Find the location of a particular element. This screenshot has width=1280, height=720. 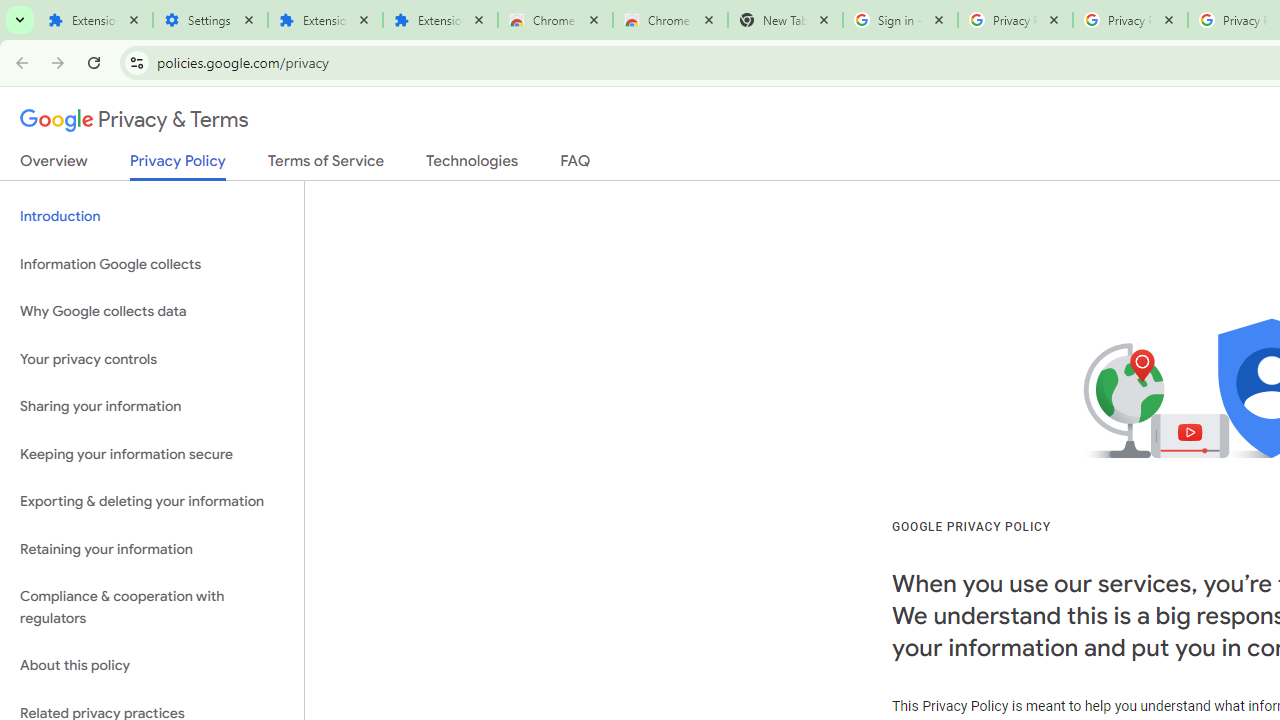

'Compliance & cooperation with regulators' is located at coordinates (151, 607).